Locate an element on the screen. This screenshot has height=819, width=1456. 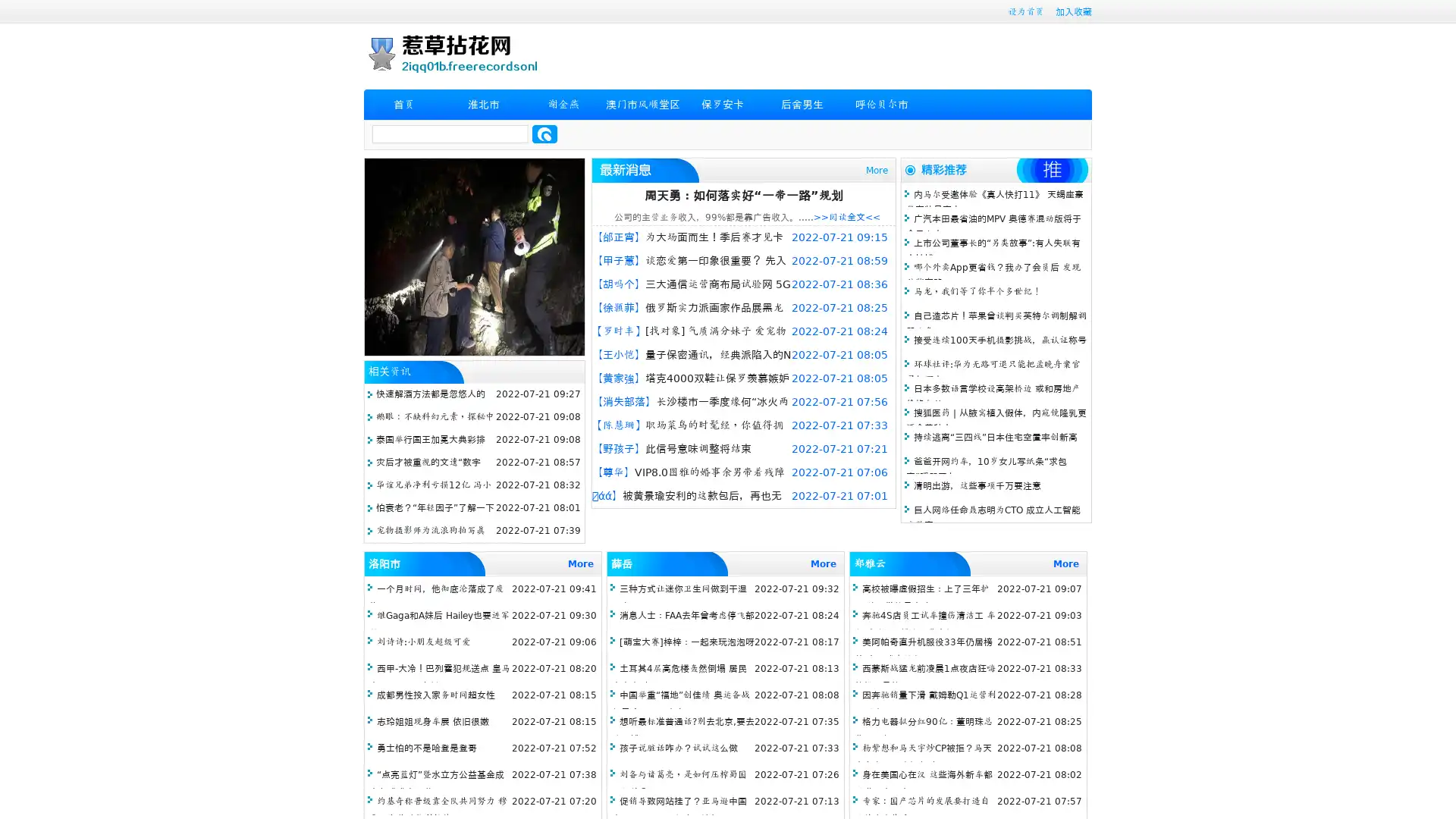
Search is located at coordinates (544, 133).